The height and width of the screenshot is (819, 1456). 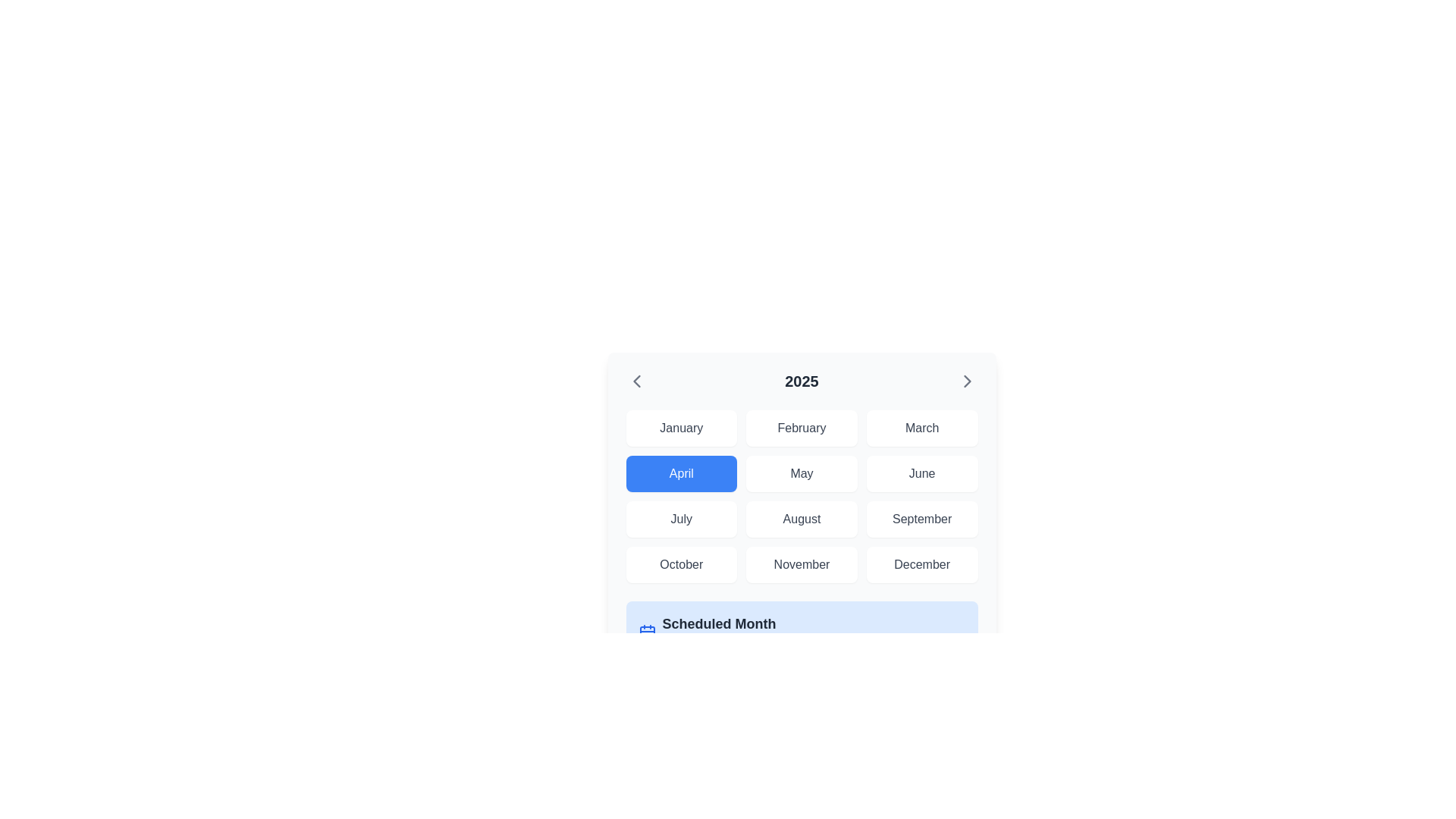 I want to click on the 'November' button, which is a rectangular button with rounded corners and a white background, so click(x=801, y=564).